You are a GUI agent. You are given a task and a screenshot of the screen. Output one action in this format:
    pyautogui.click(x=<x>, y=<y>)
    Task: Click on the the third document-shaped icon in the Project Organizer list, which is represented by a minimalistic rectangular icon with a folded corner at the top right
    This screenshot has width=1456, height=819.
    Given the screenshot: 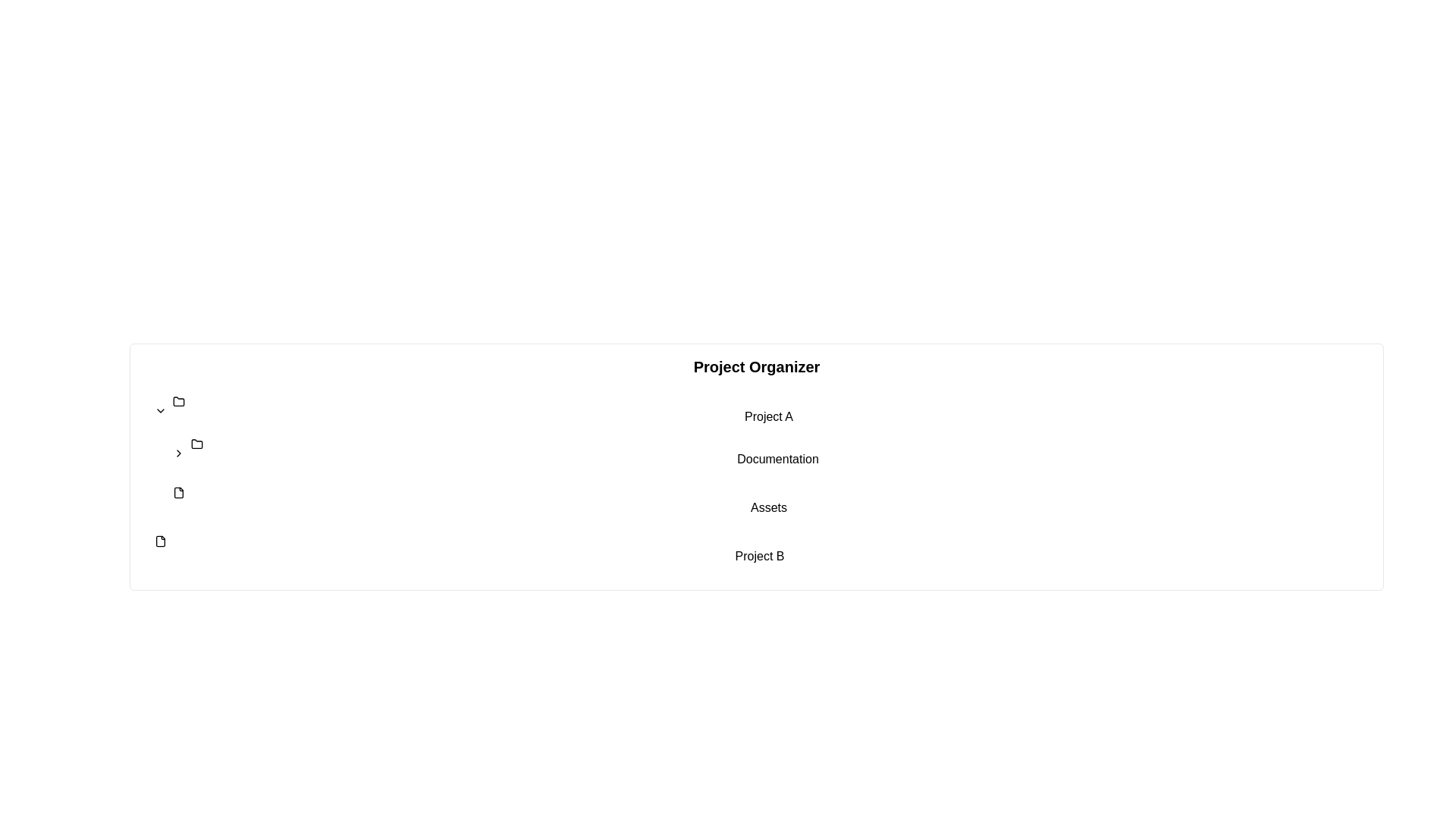 What is the action you would take?
    pyautogui.click(x=160, y=540)
    